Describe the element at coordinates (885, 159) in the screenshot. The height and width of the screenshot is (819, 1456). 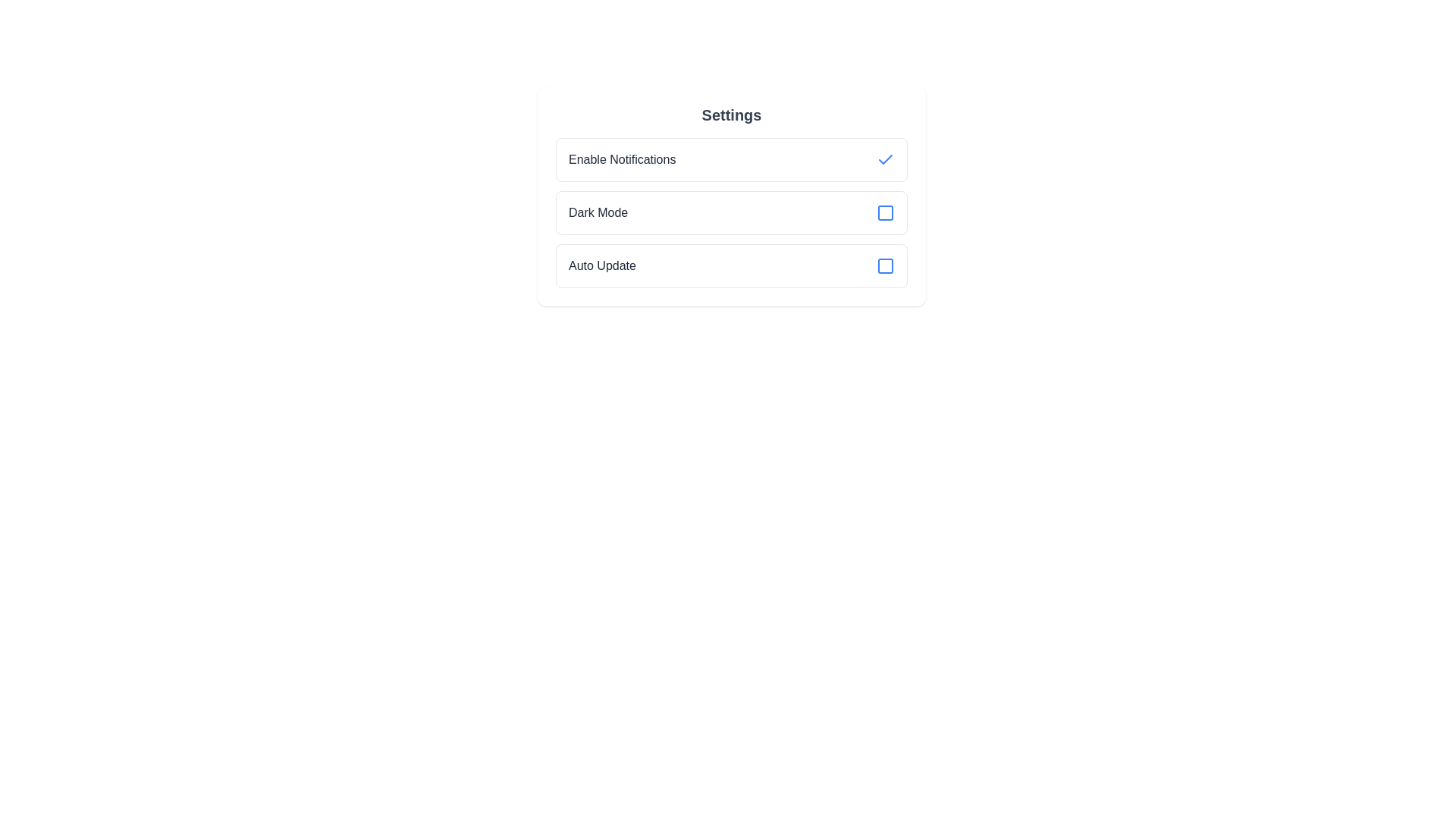
I see `the checkmark icon indicating that the 'Enable Notifications' option is enabled, located in the first row of the settings list` at that location.